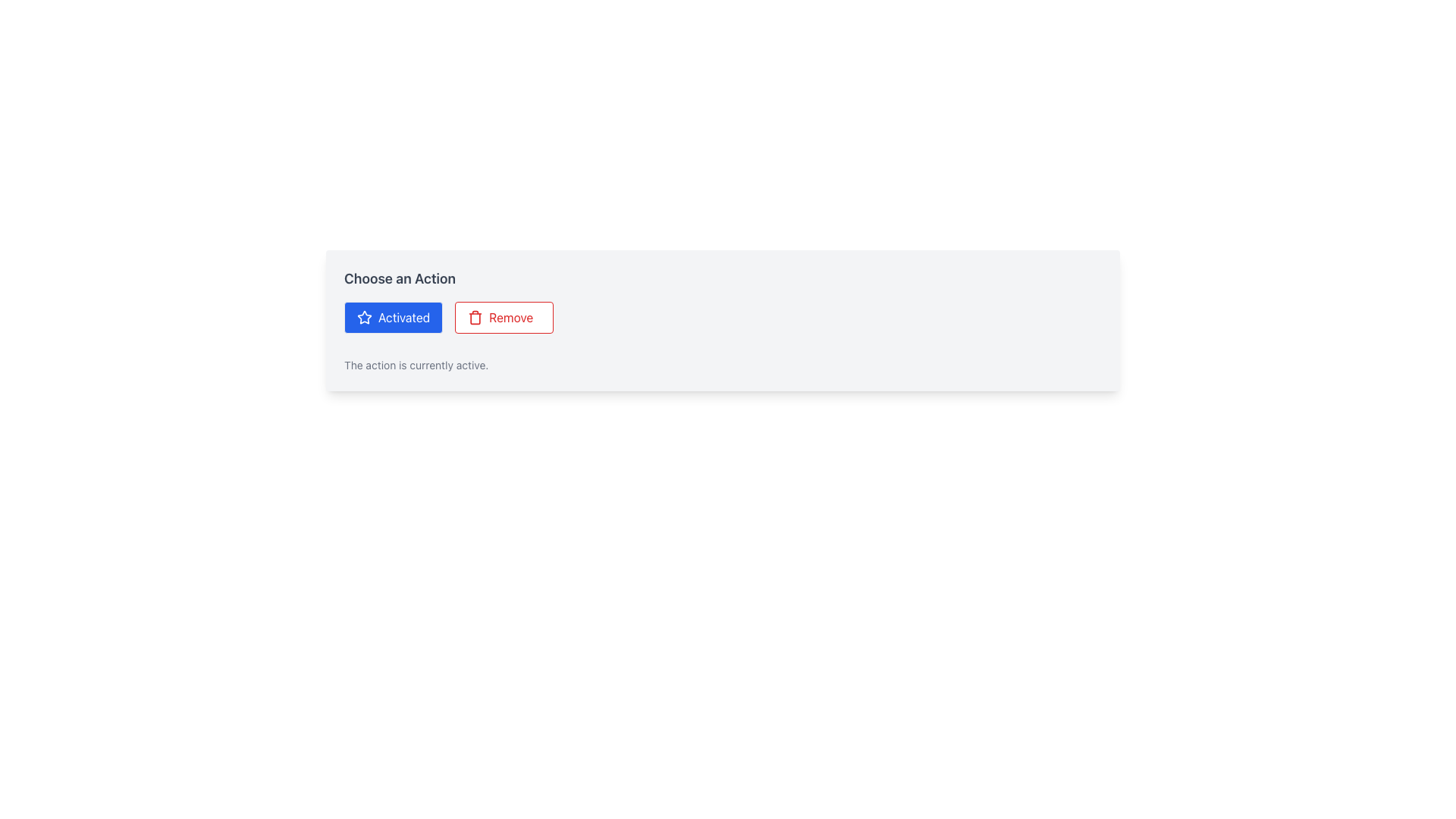 The width and height of the screenshot is (1456, 819). I want to click on the star-shaped SVG graphic icon, which is styled in blue and positioned within the blue 'Activated' button, so click(364, 316).